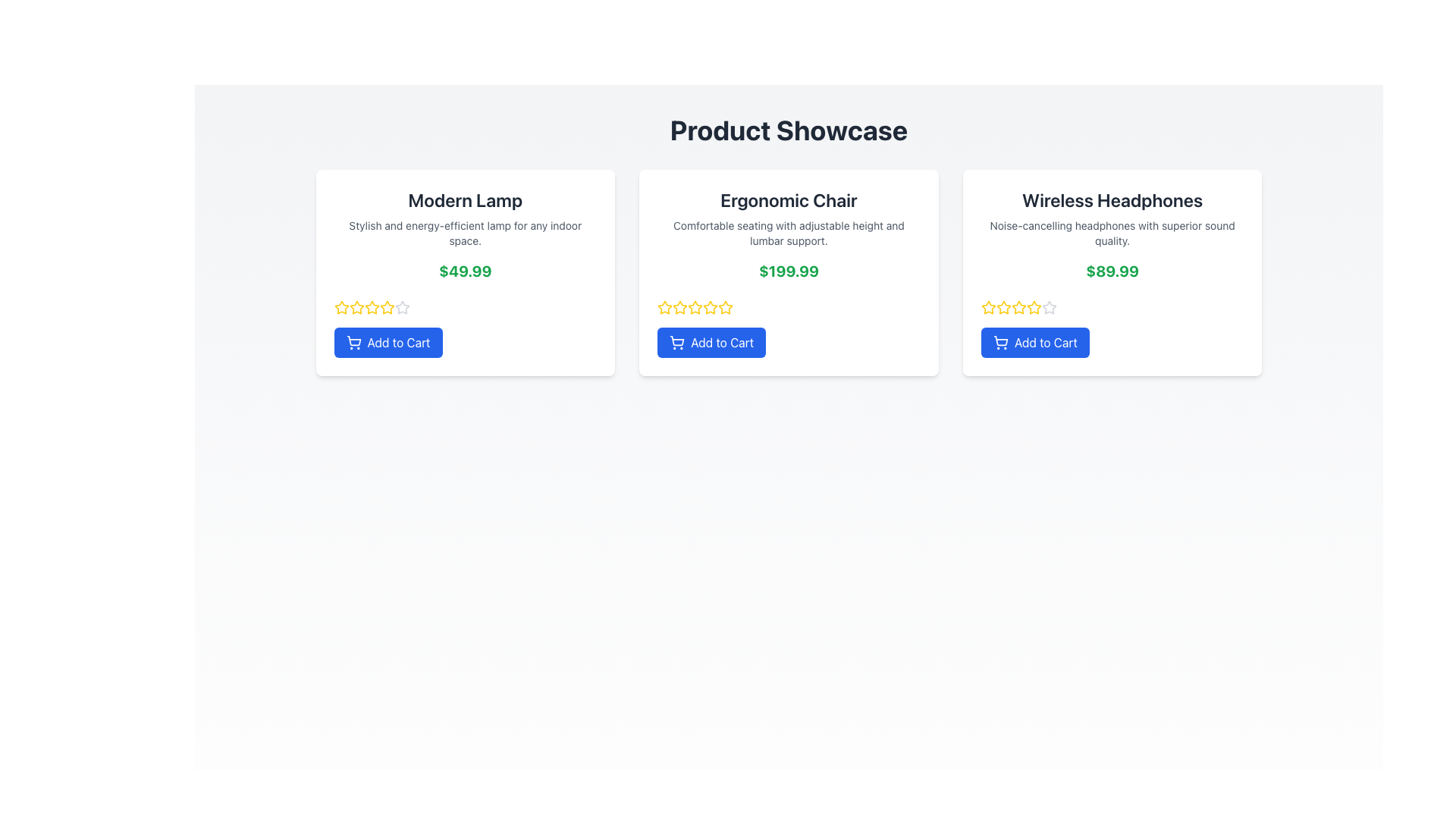  What do you see at coordinates (665, 307) in the screenshot?
I see `the first star icon in the 5-star rating system for the 'Ergonomic Chair' product, located below the title and price` at bounding box center [665, 307].